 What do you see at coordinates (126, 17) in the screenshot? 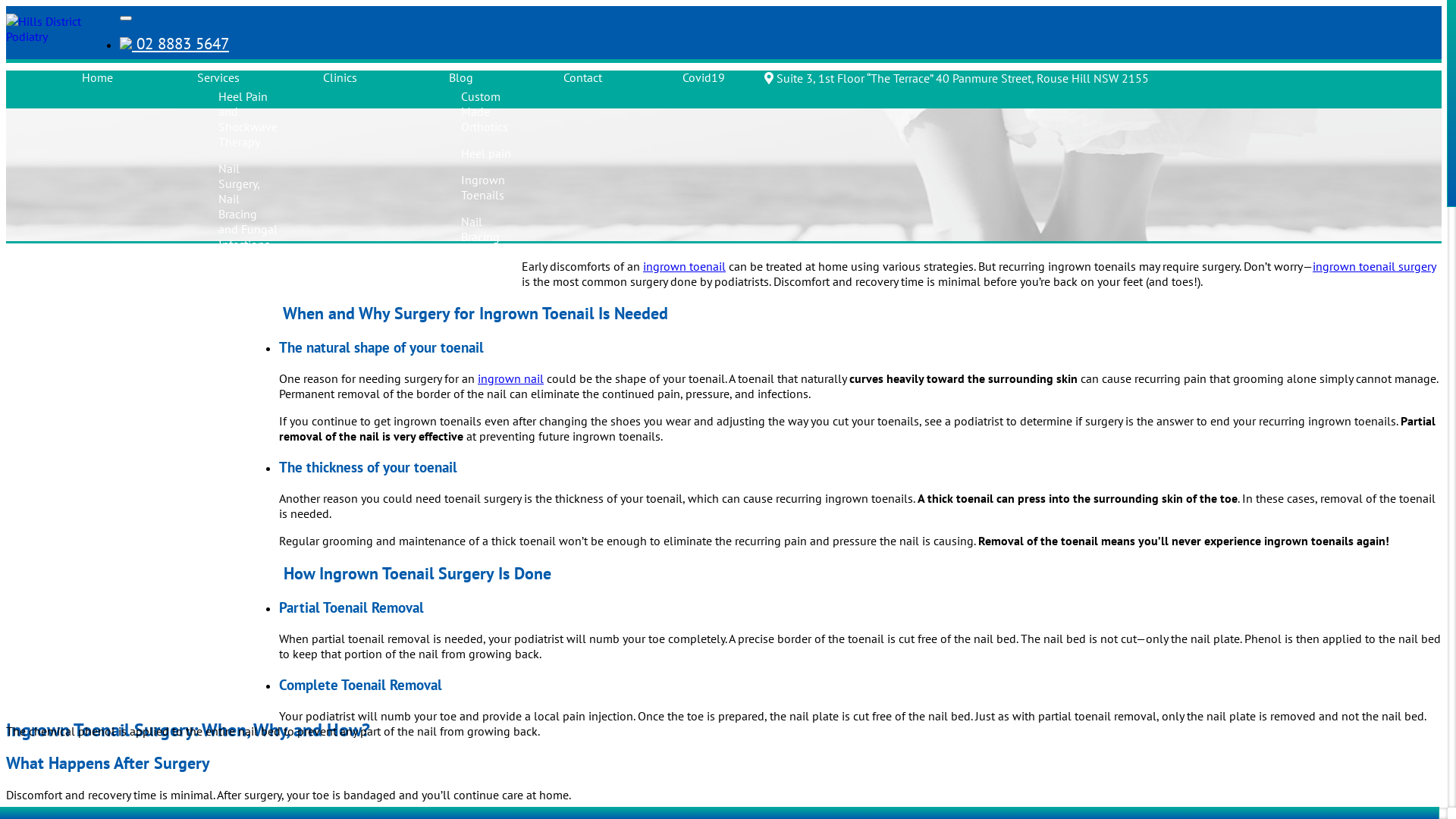
I see `'Toggle navigation'` at bounding box center [126, 17].